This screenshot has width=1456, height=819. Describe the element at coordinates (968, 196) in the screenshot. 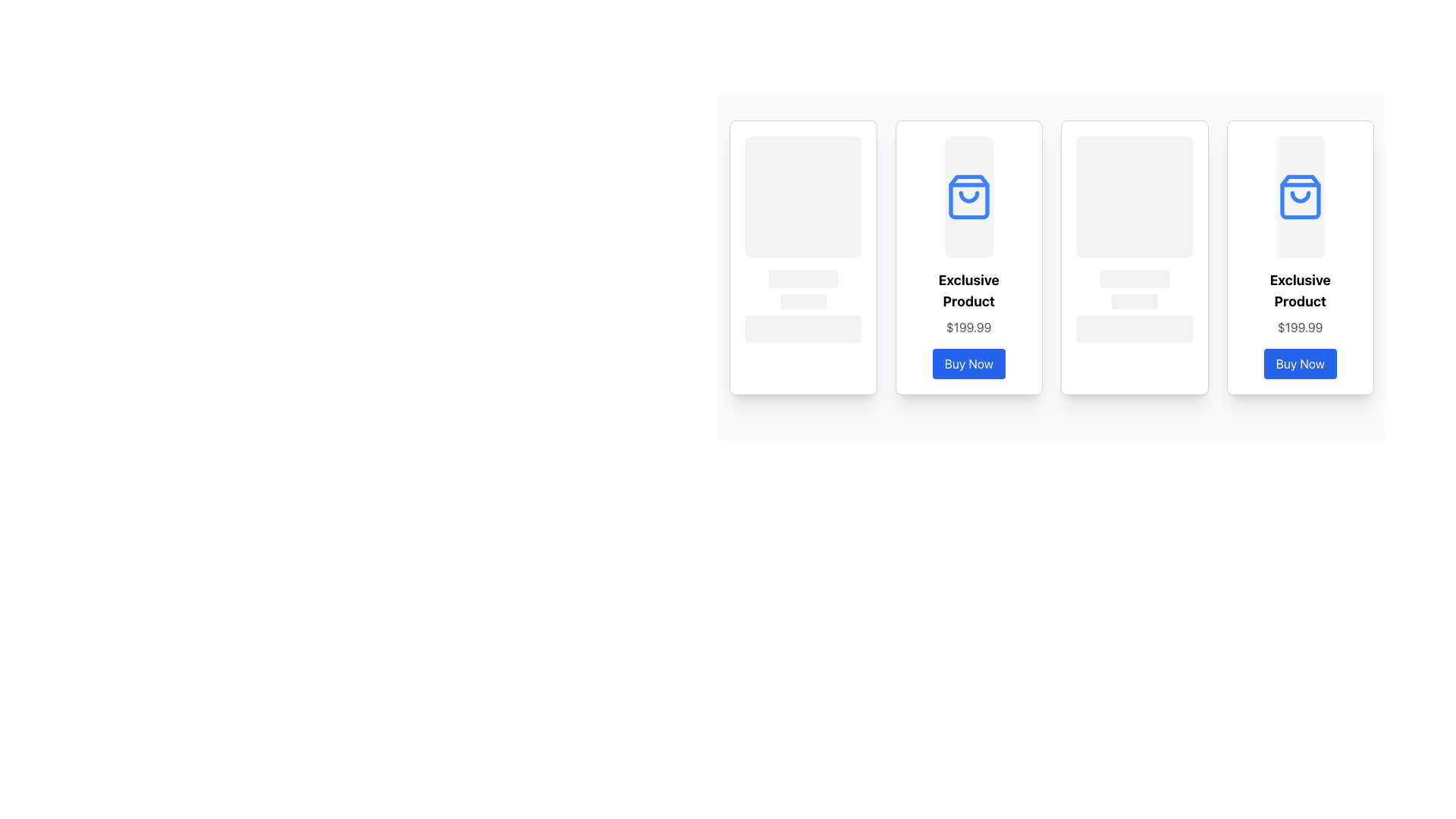

I see `the shopping-related icon located in the second product card from the left, centered vertically above the product title and price labels` at that location.